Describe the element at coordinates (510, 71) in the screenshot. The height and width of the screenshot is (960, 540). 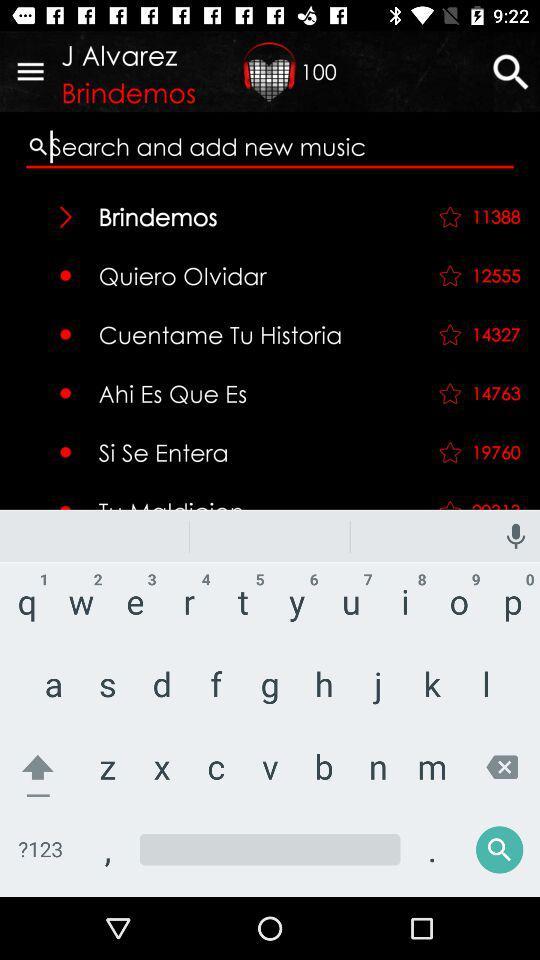
I see `the search icon` at that location.